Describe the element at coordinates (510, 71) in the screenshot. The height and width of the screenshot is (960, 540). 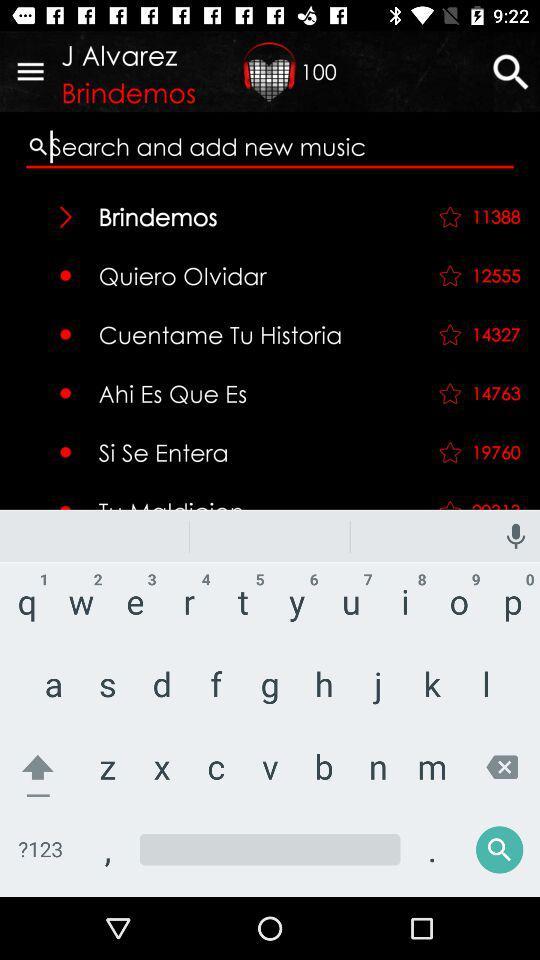
I see `the search icon` at that location.